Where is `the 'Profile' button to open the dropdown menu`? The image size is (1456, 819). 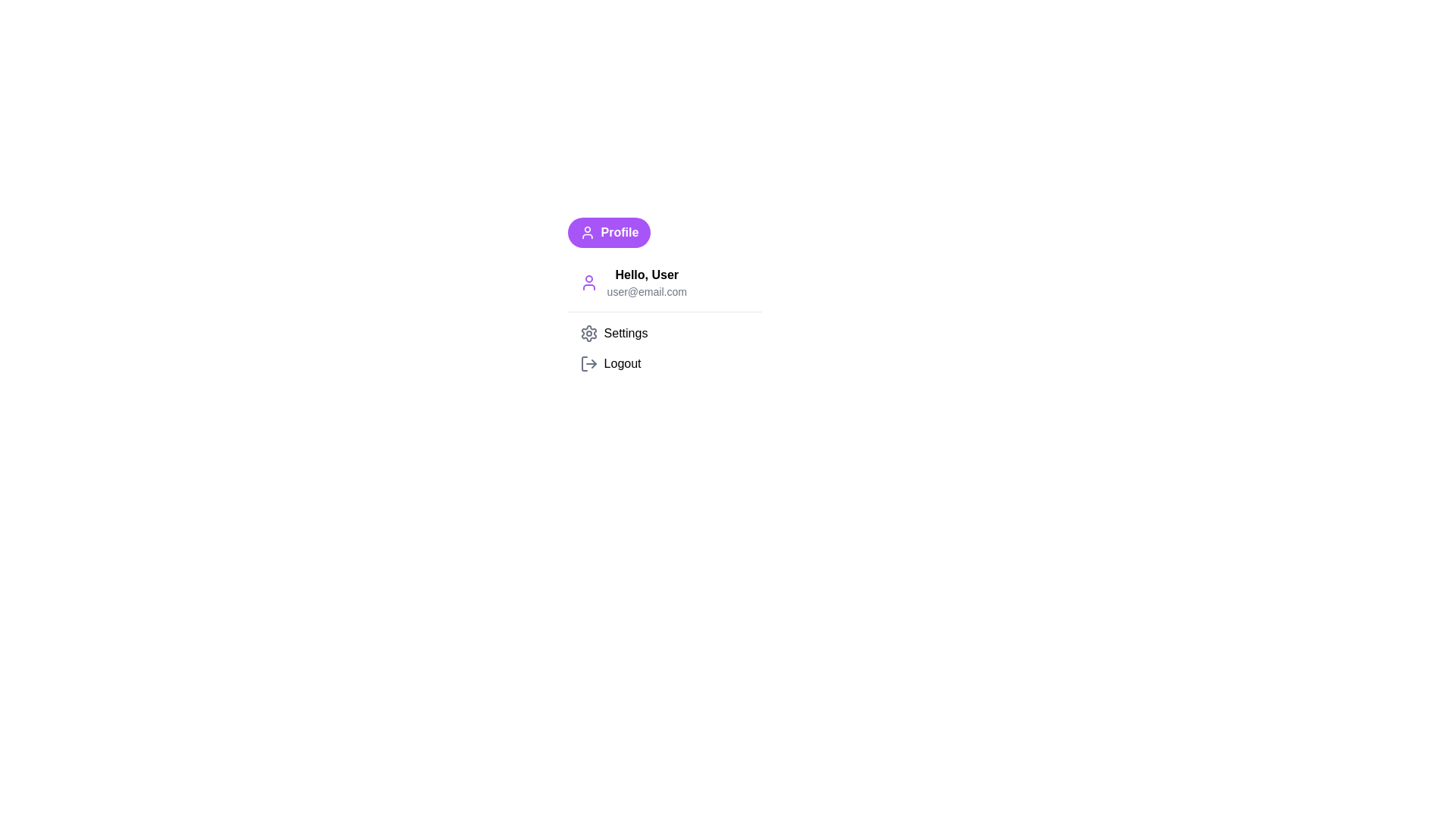
the 'Profile' button to open the dropdown menu is located at coordinates (609, 233).